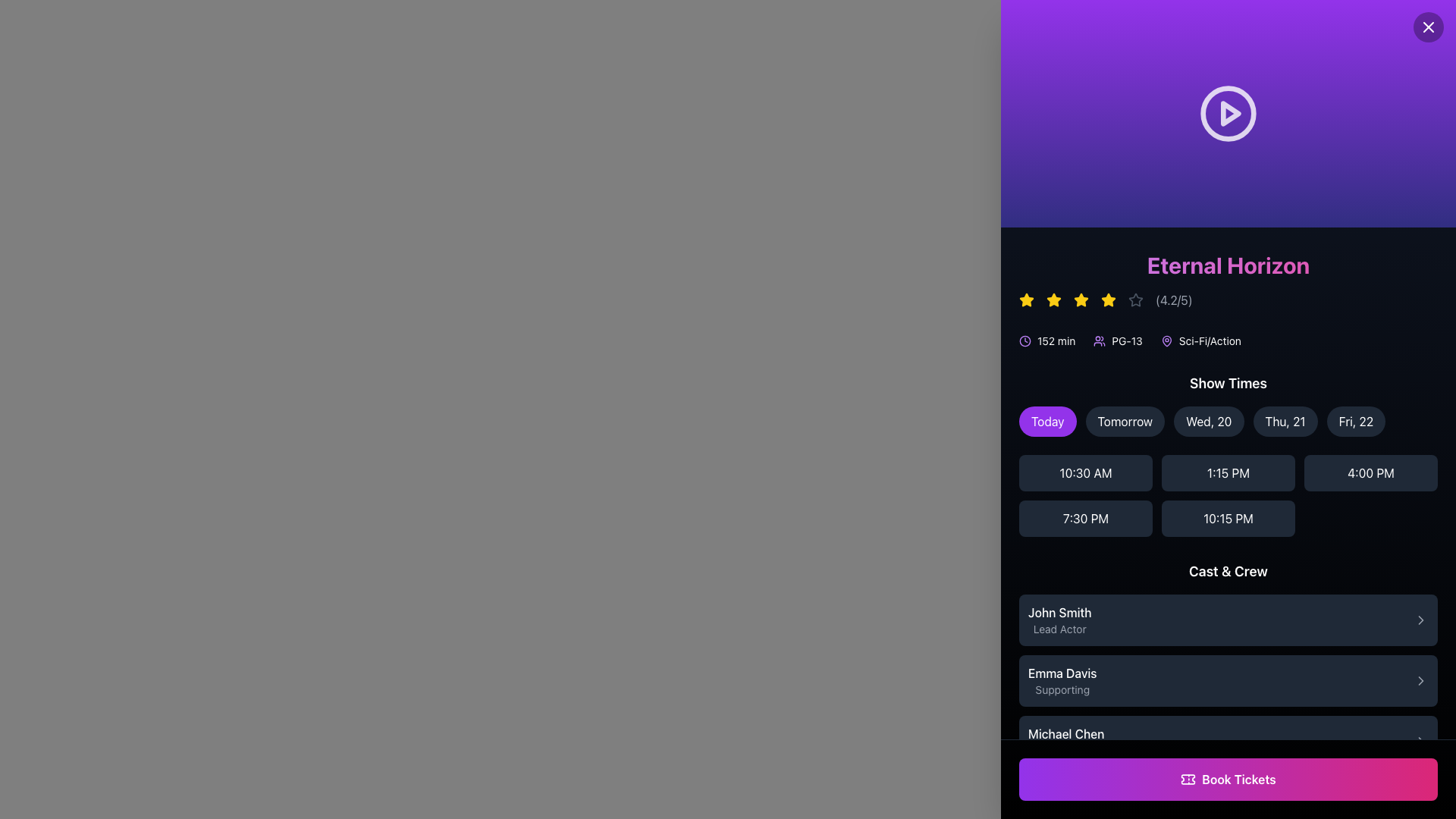 This screenshot has width=1456, height=819. I want to click on the interactive card for 'Emma Davis - Supporting', so click(1228, 680).